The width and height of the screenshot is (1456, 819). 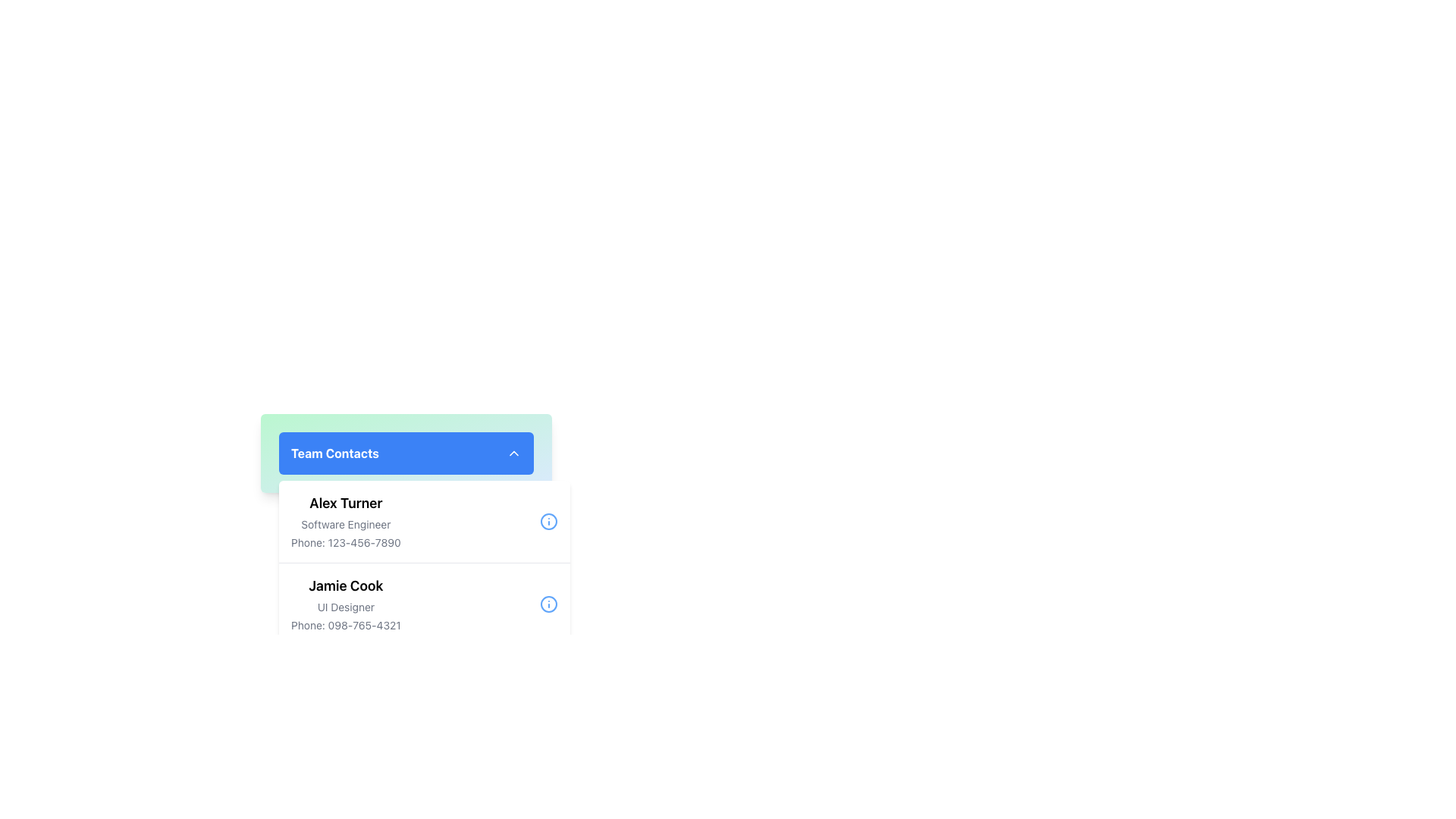 I want to click on text in the Text block displaying 'Alex Turner', 'Software Engineer', and 'Phone: 123-456-7890' located under the 'Team Contacts' section, so click(x=345, y=520).